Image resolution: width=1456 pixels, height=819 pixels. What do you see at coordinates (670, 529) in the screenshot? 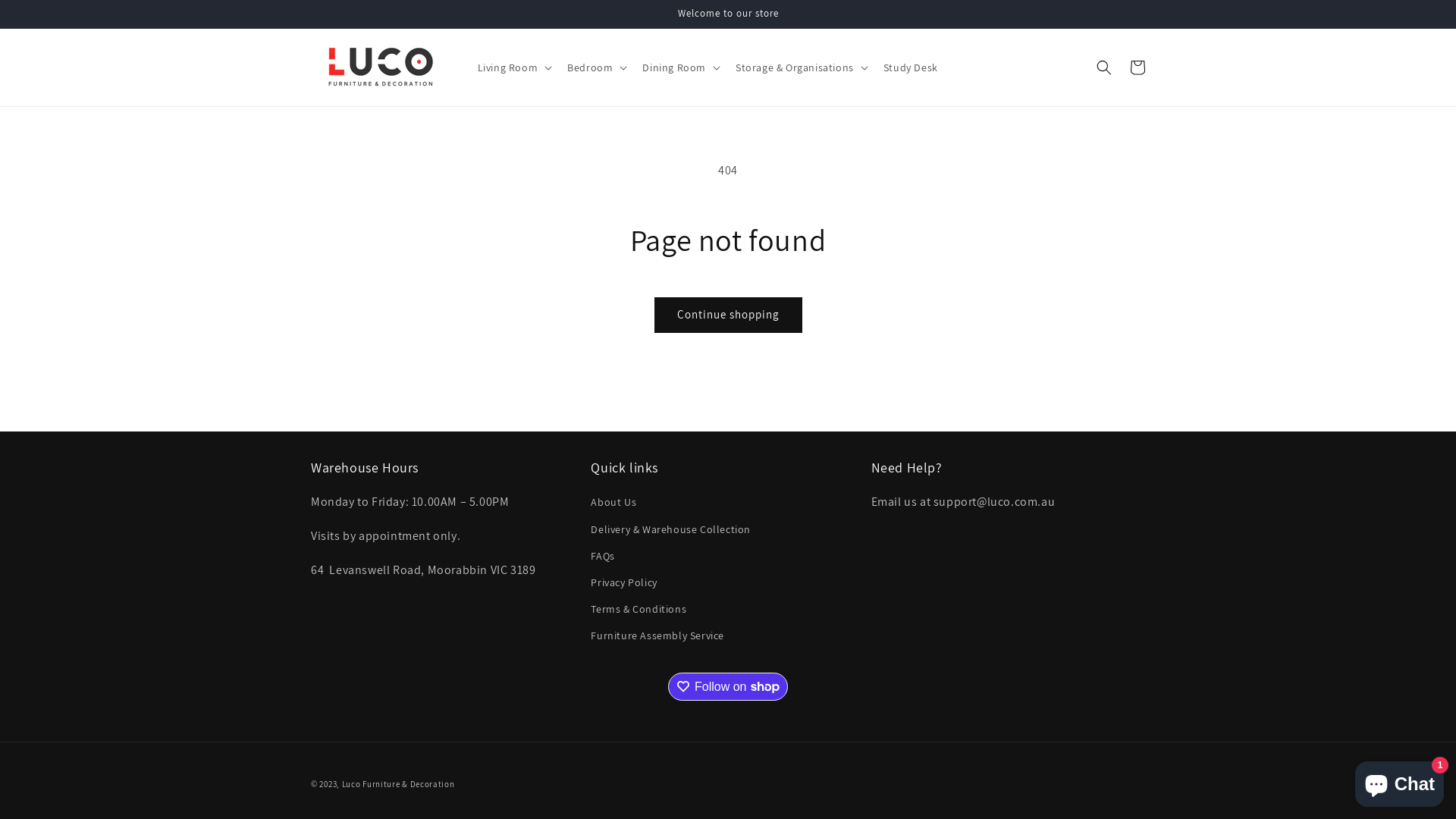
I see `'Delivery & Warehouse Collection'` at bounding box center [670, 529].